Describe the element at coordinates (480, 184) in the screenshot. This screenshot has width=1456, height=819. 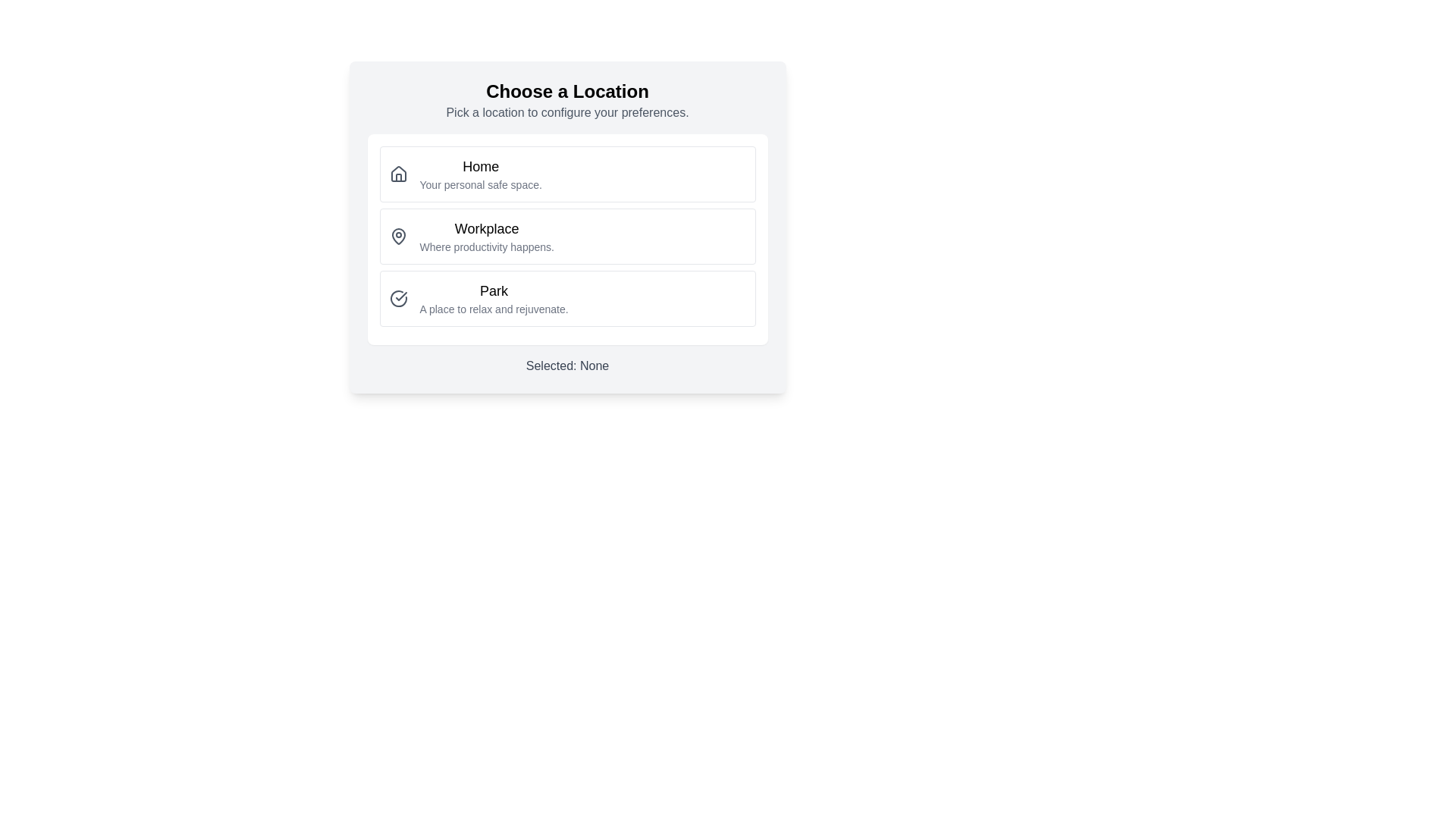
I see `the static text element that reads 'Your personal safe space.' located directly below 'Home'` at that location.